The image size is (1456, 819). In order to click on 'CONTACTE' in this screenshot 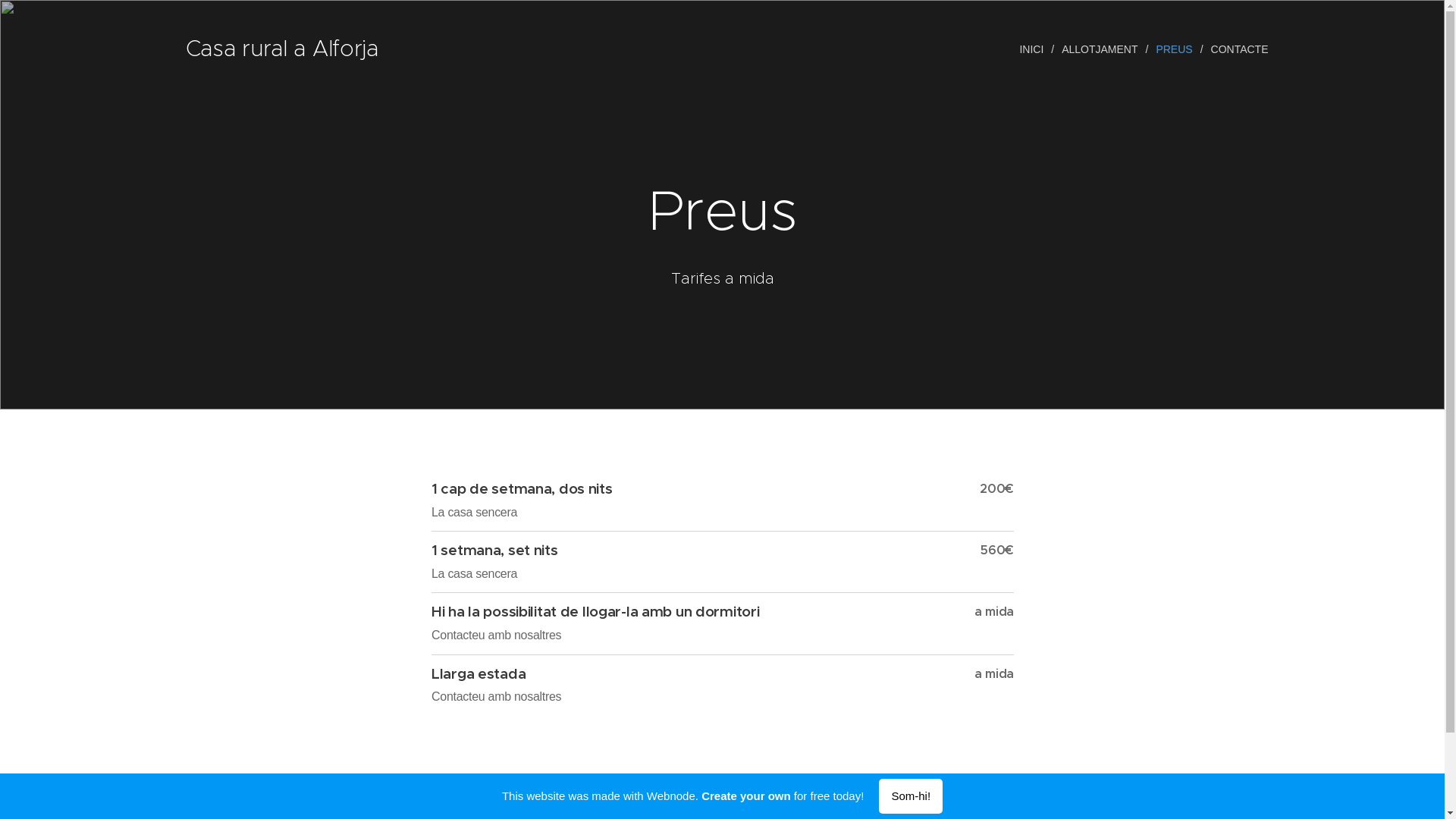, I will do `click(1203, 49)`.